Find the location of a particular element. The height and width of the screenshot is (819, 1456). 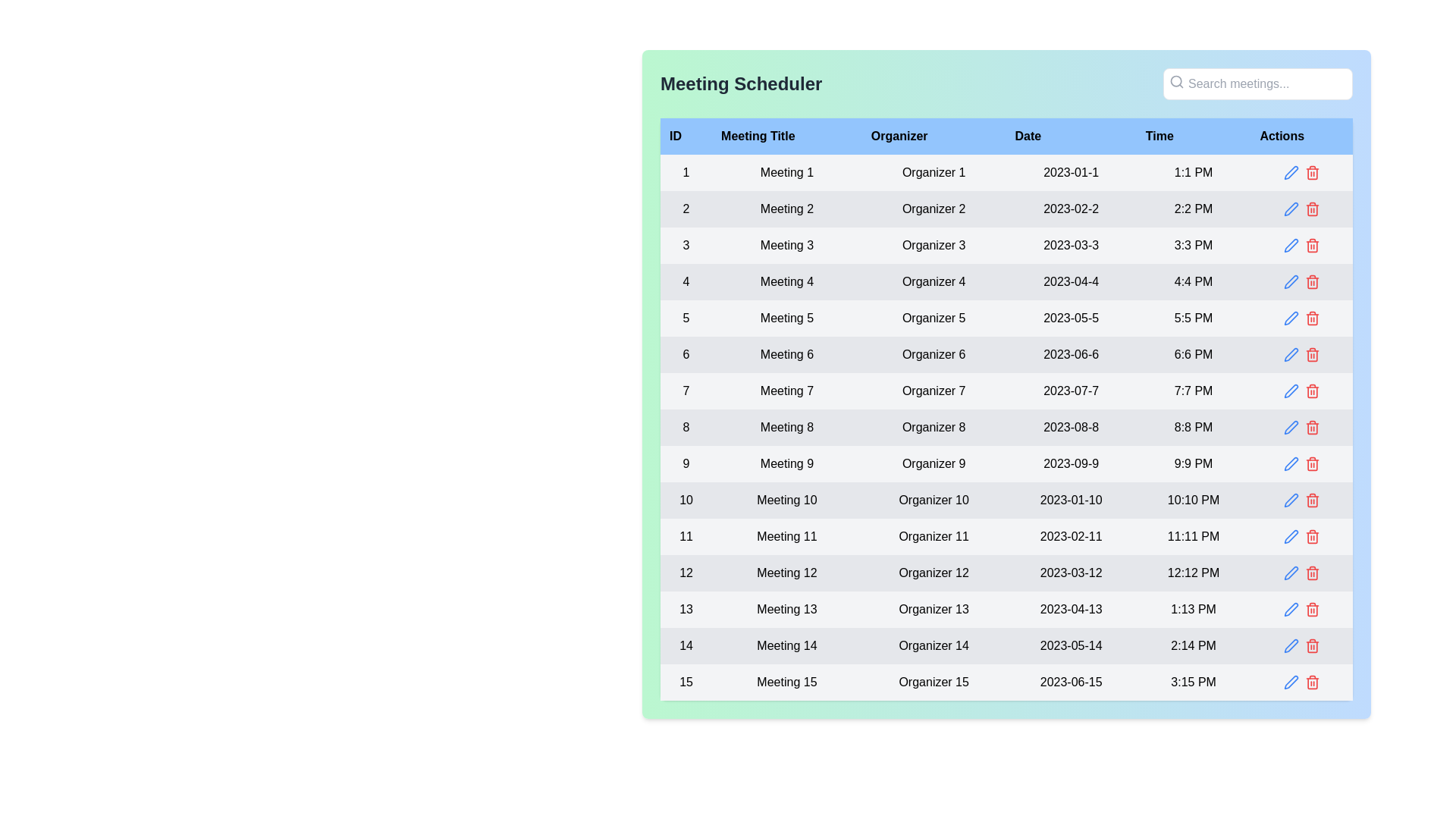

the trash bin icon located in the top-right corner of the Actions column in the meeting information table is located at coordinates (1311, 246).